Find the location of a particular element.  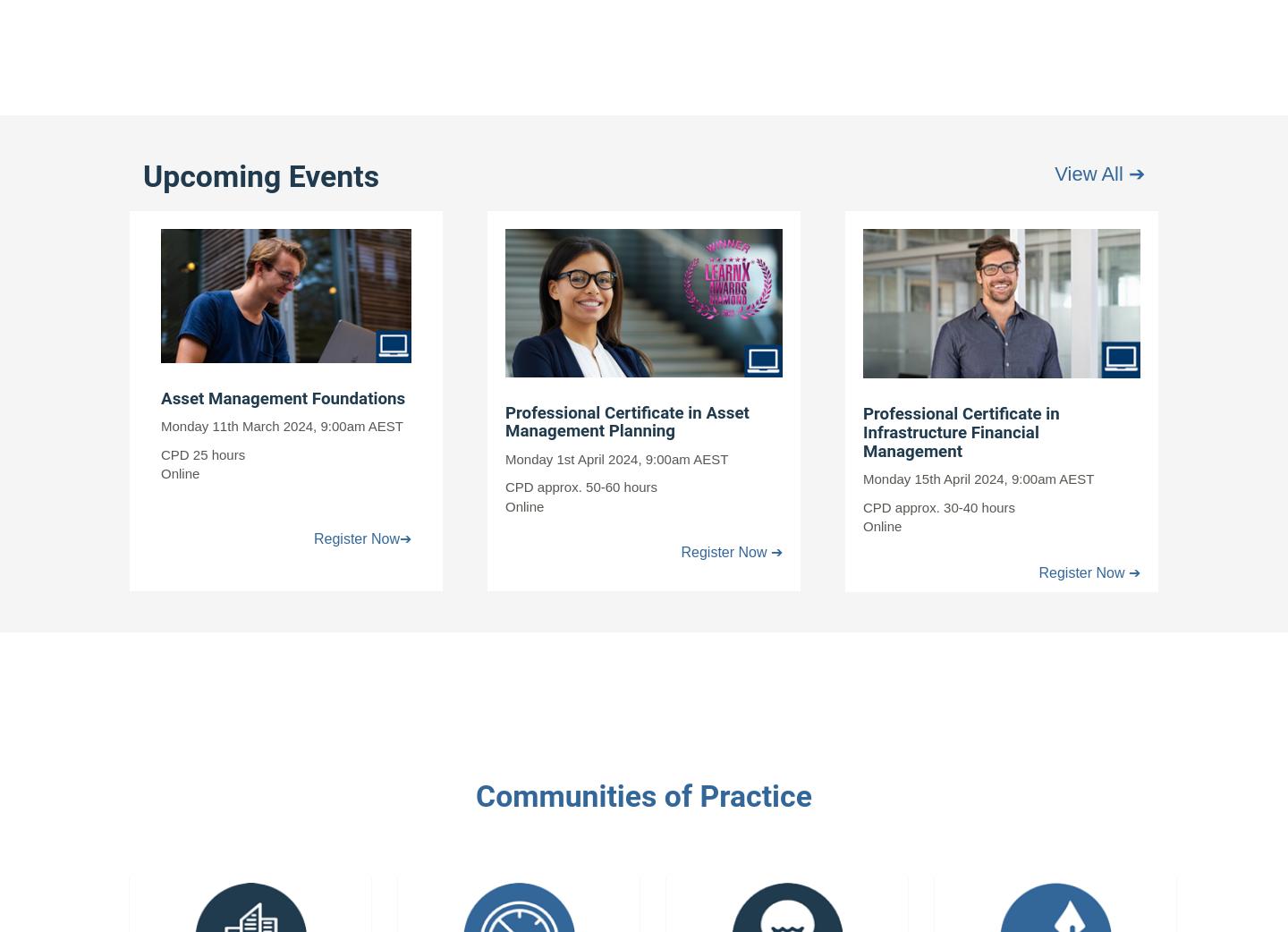

'Monday 1st April 2024, 9:00am AEST' is located at coordinates (616, 458).